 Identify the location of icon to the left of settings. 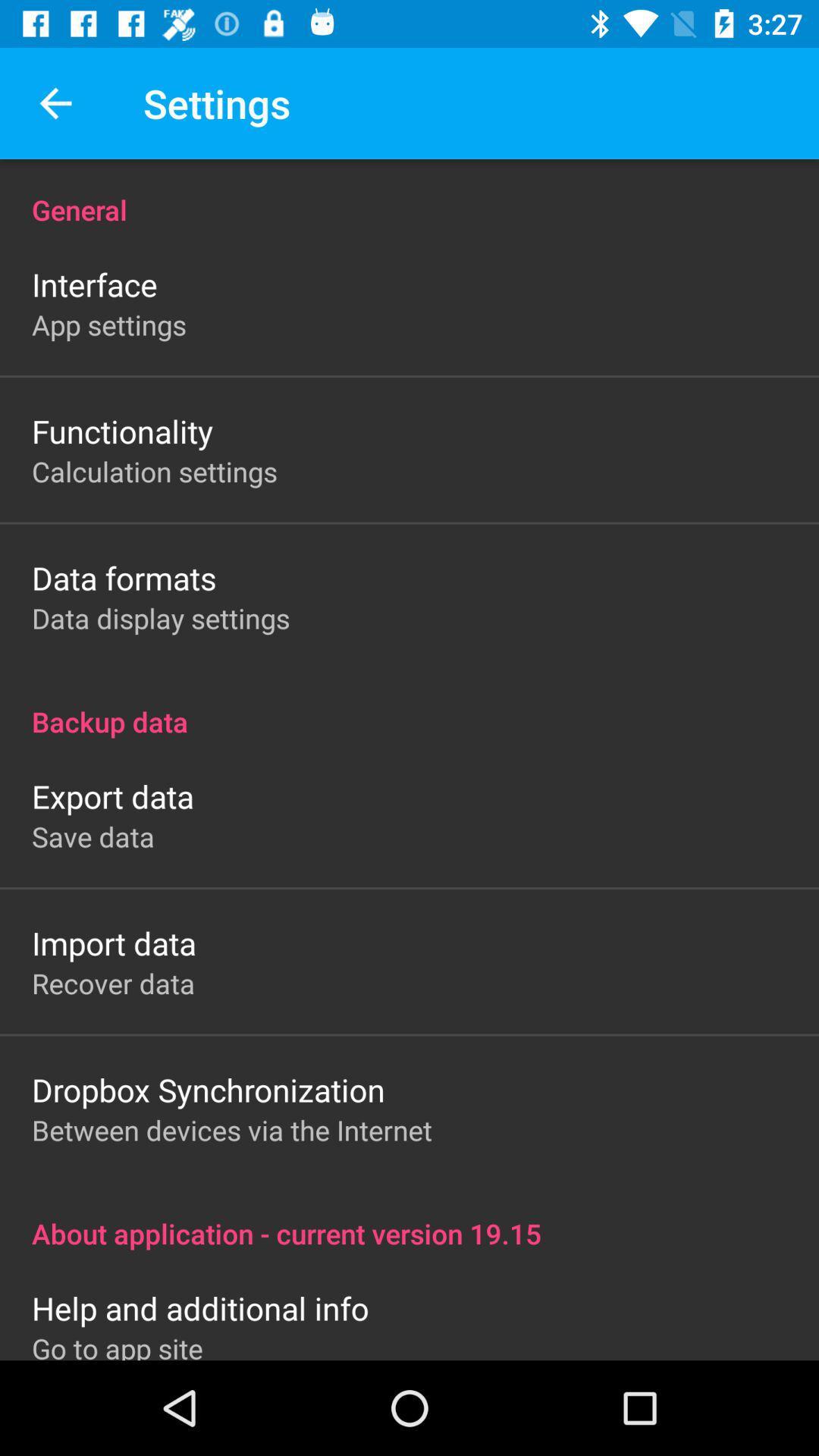
(55, 102).